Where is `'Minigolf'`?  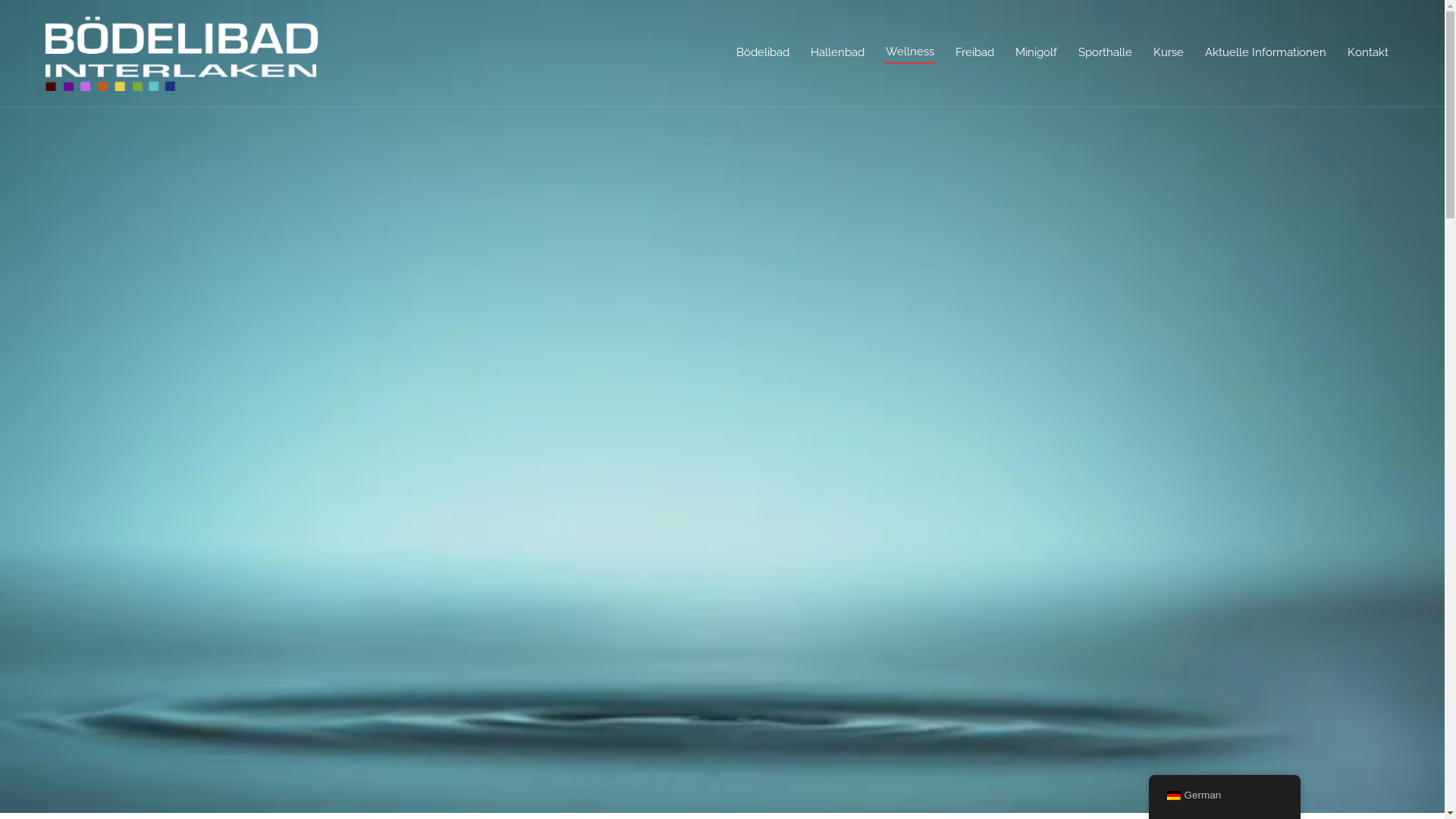
'Minigolf' is located at coordinates (1035, 52).